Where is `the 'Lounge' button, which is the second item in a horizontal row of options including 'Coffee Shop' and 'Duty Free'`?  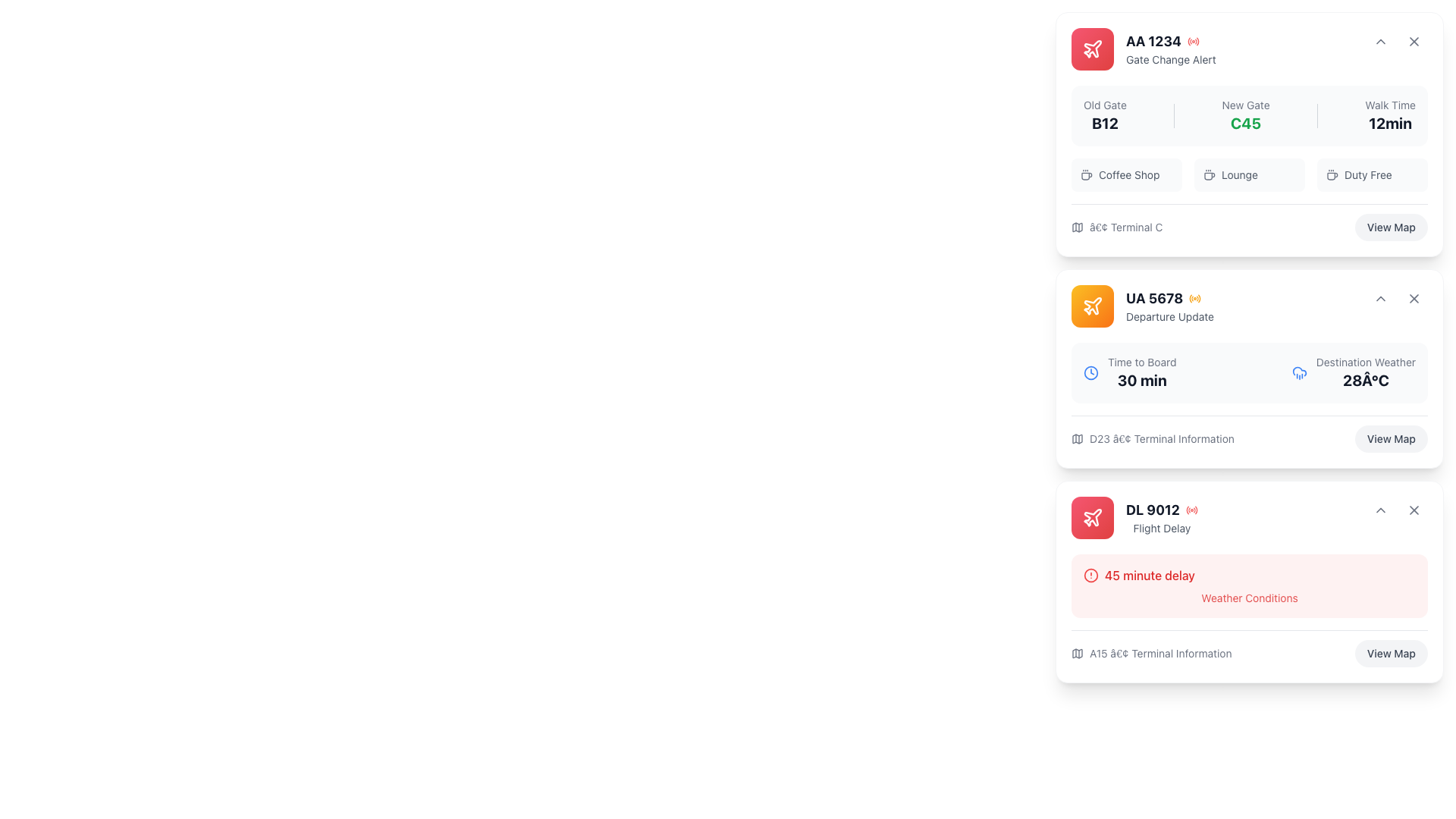 the 'Lounge' button, which is the second item in a horizontal row of options including 'Coffee Shop' and 'Duty Free' is located at coordinates (1249, 174).